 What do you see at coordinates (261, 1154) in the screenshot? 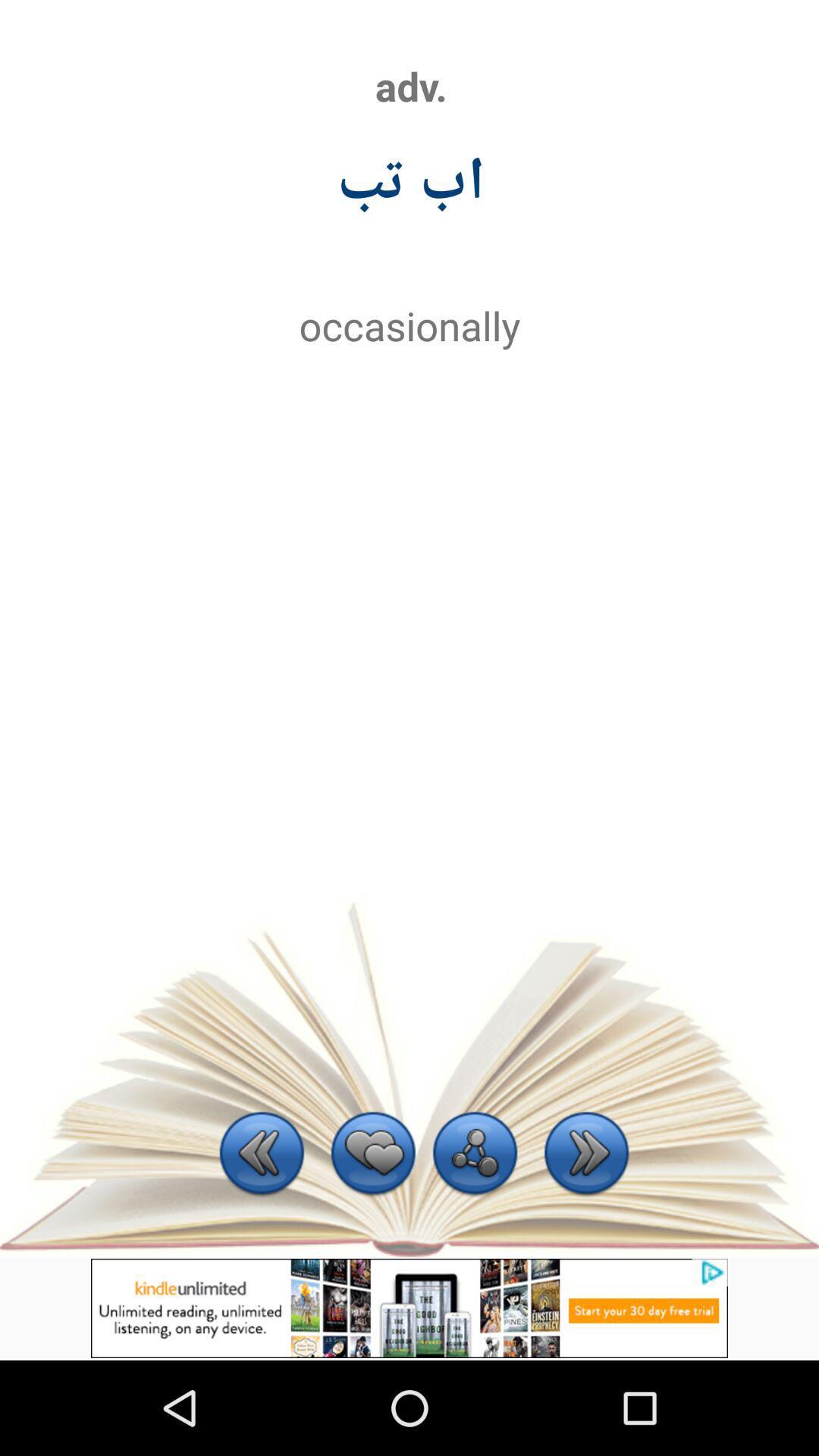
I see `come back` at bounding box center [261, 1154].